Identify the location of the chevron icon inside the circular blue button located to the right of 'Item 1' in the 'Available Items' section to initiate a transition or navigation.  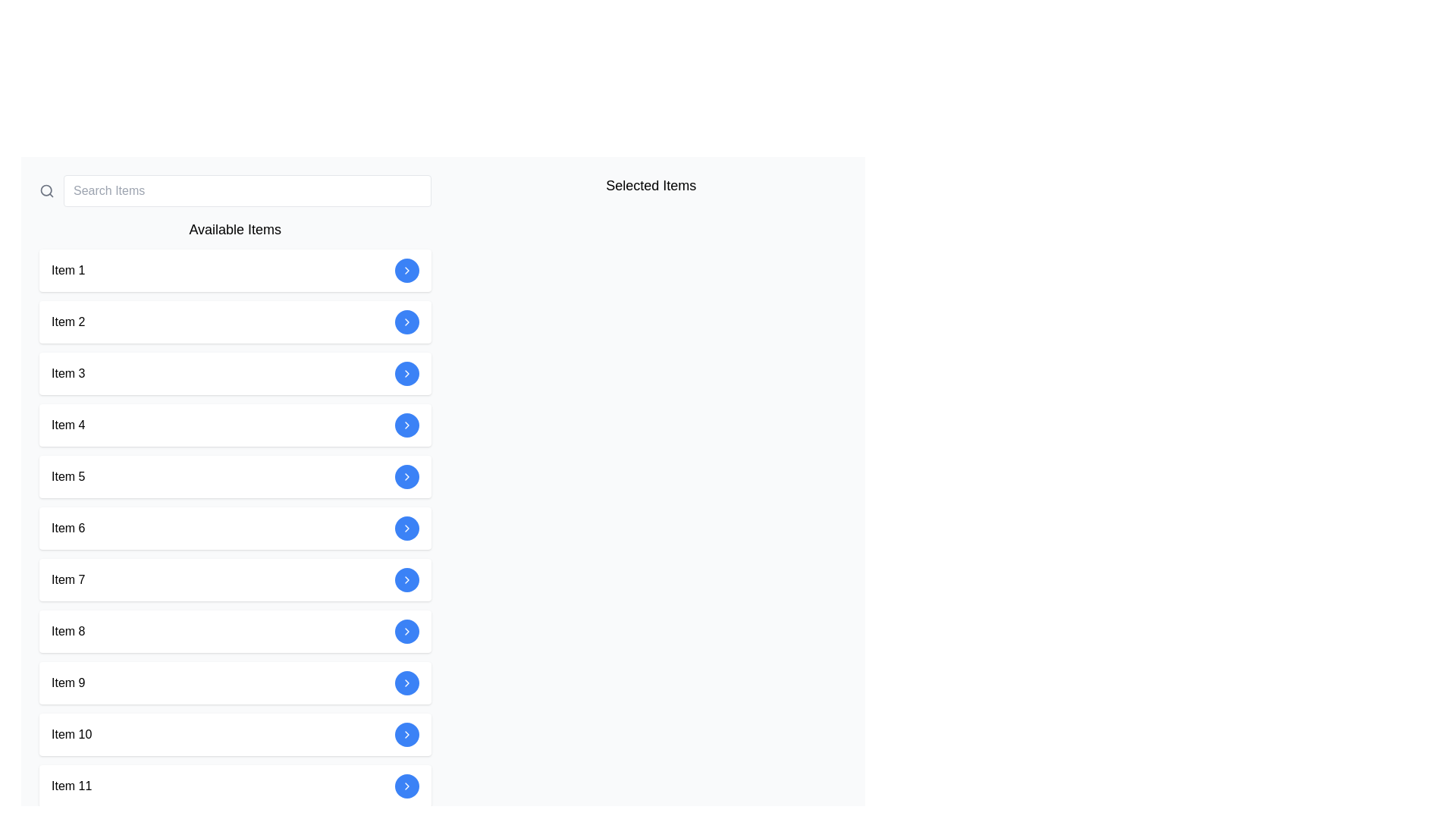
(406, 270).